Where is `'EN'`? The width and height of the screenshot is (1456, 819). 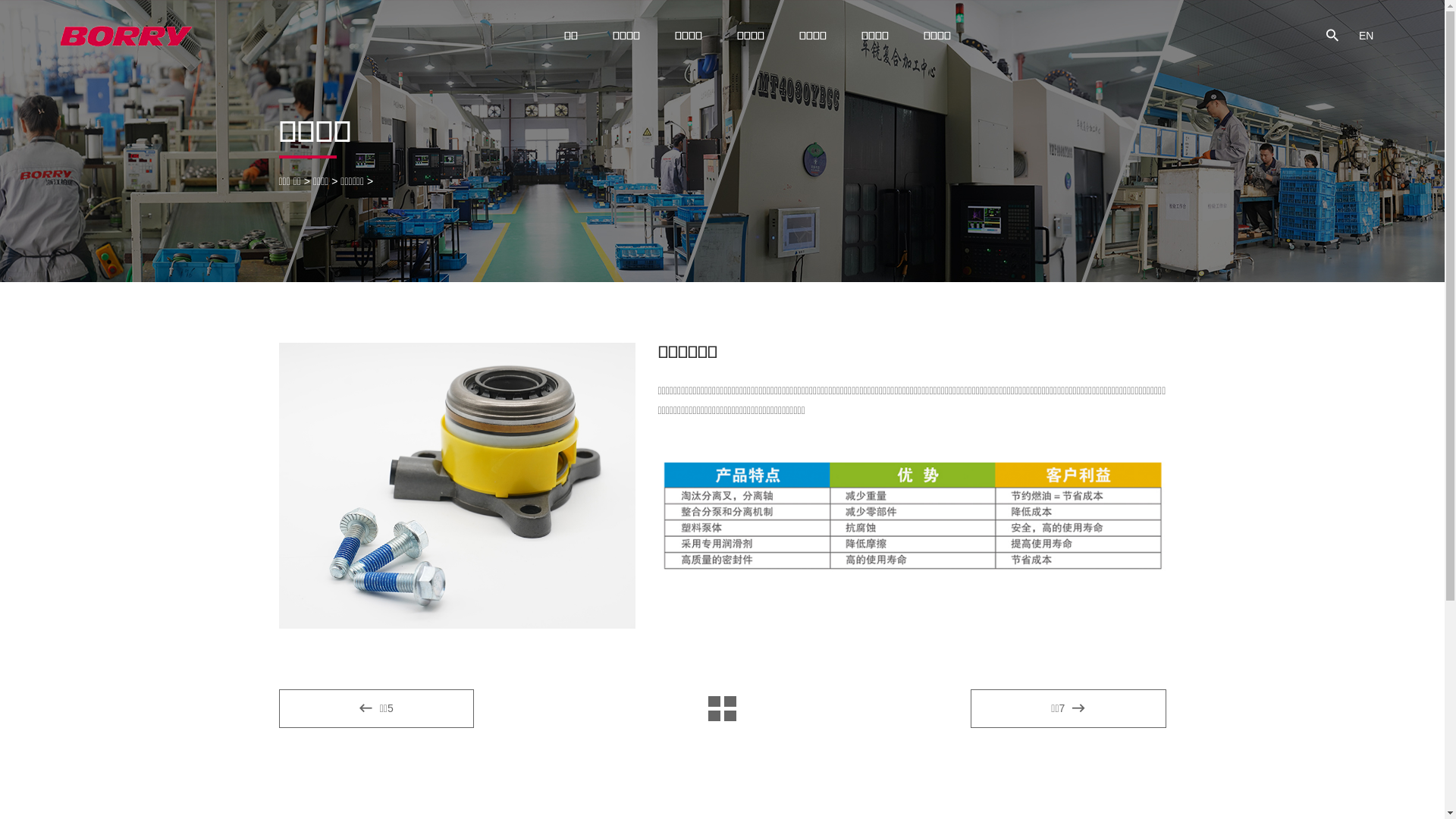 'EN' is located at coordinates (1366, 34).